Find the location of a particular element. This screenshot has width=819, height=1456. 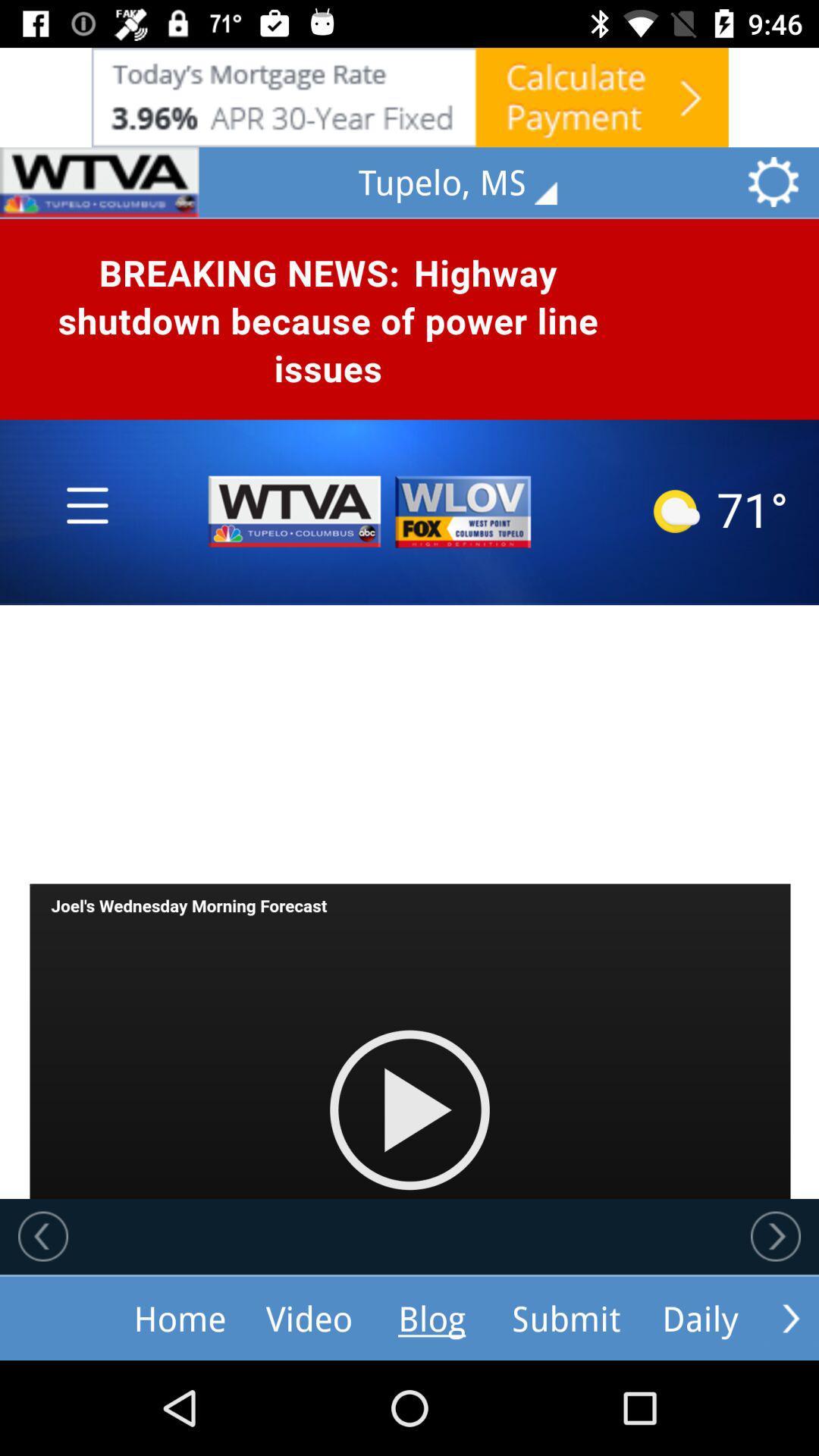

scroll right is located at coordinates (790, 1317).